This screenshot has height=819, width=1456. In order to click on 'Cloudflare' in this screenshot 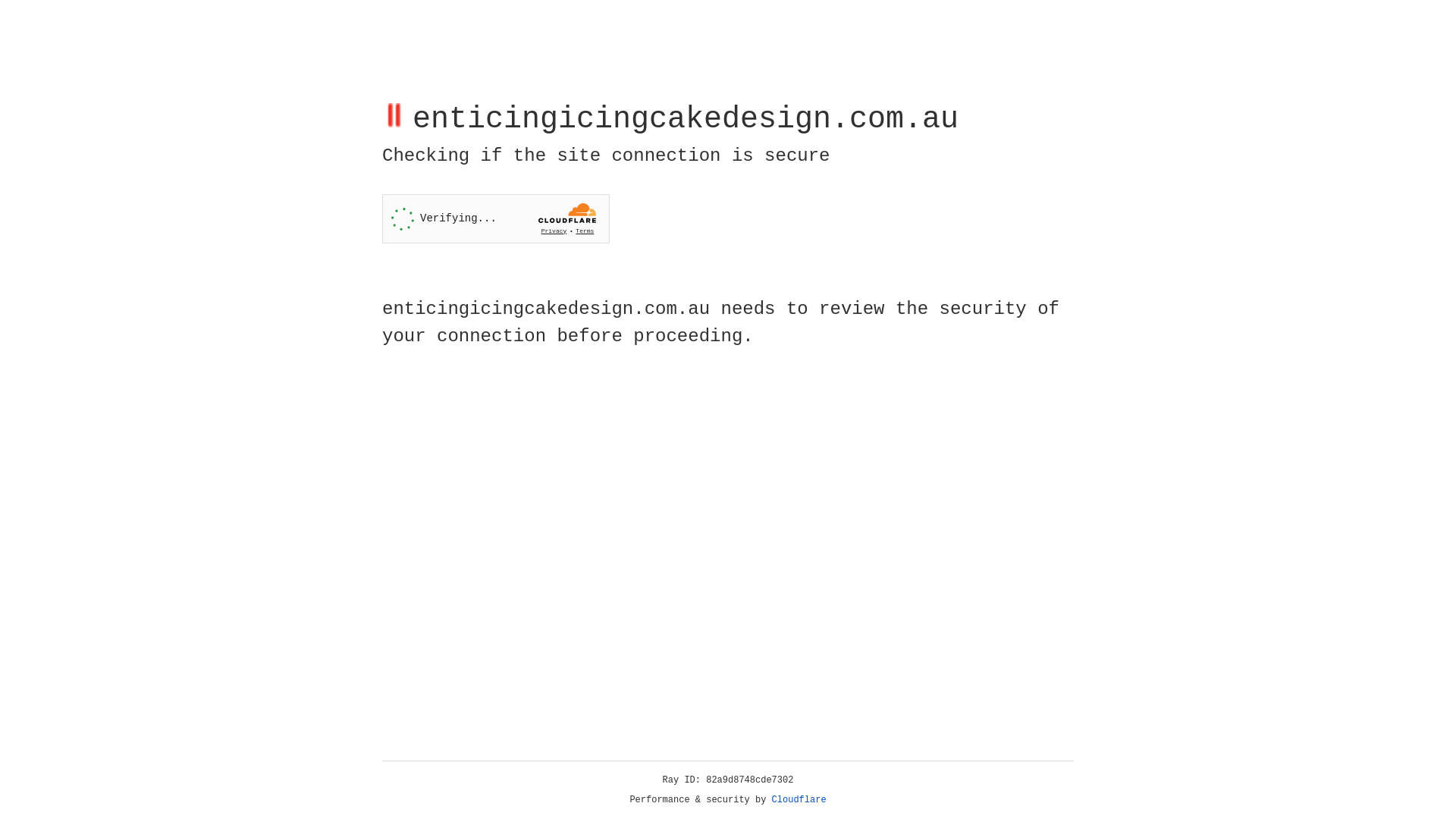, I will do `click(799, 799)`.